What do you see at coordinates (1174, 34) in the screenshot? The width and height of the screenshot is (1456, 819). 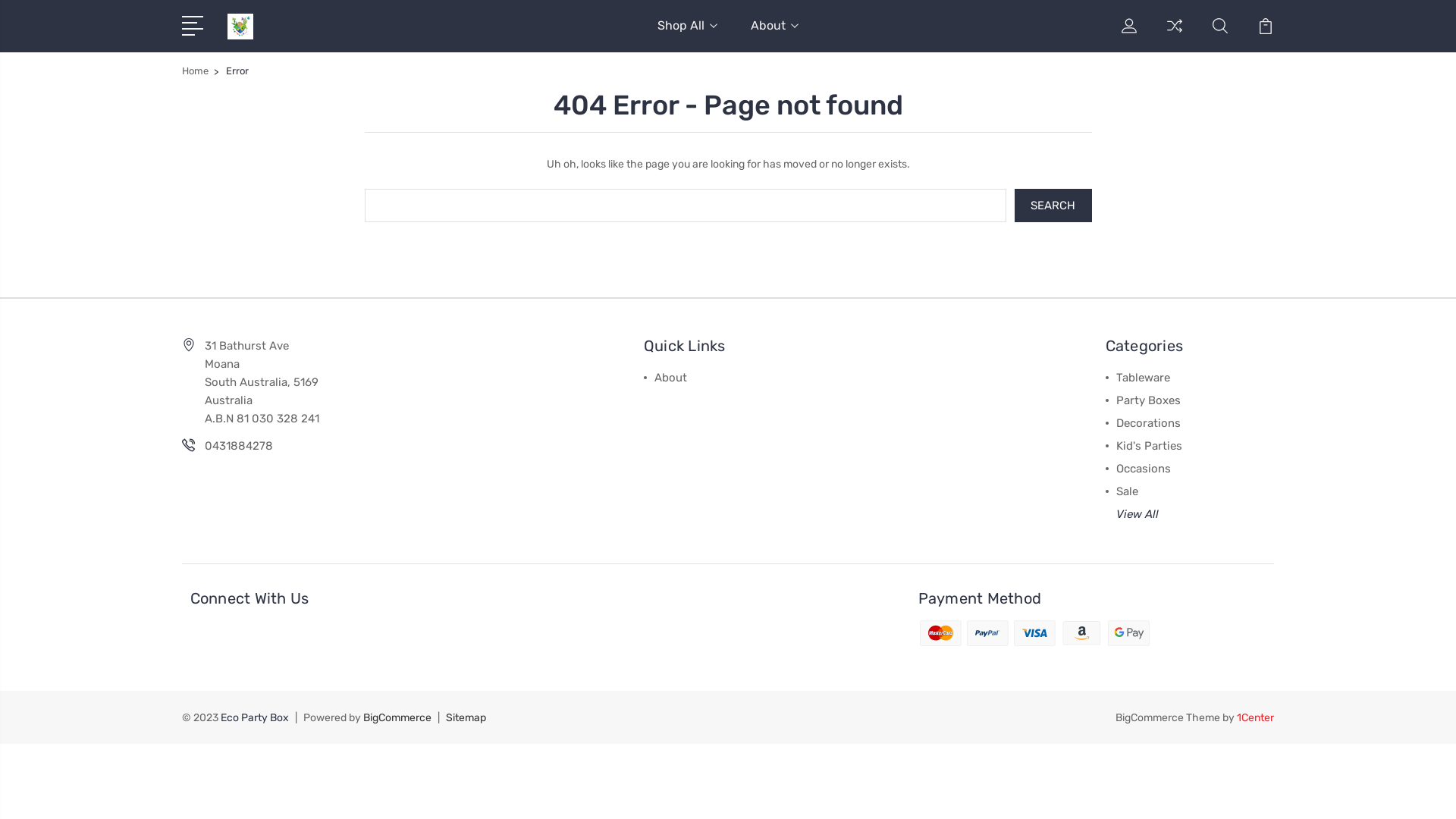 I see `'Compare'` at bounding box center [1174, 34].